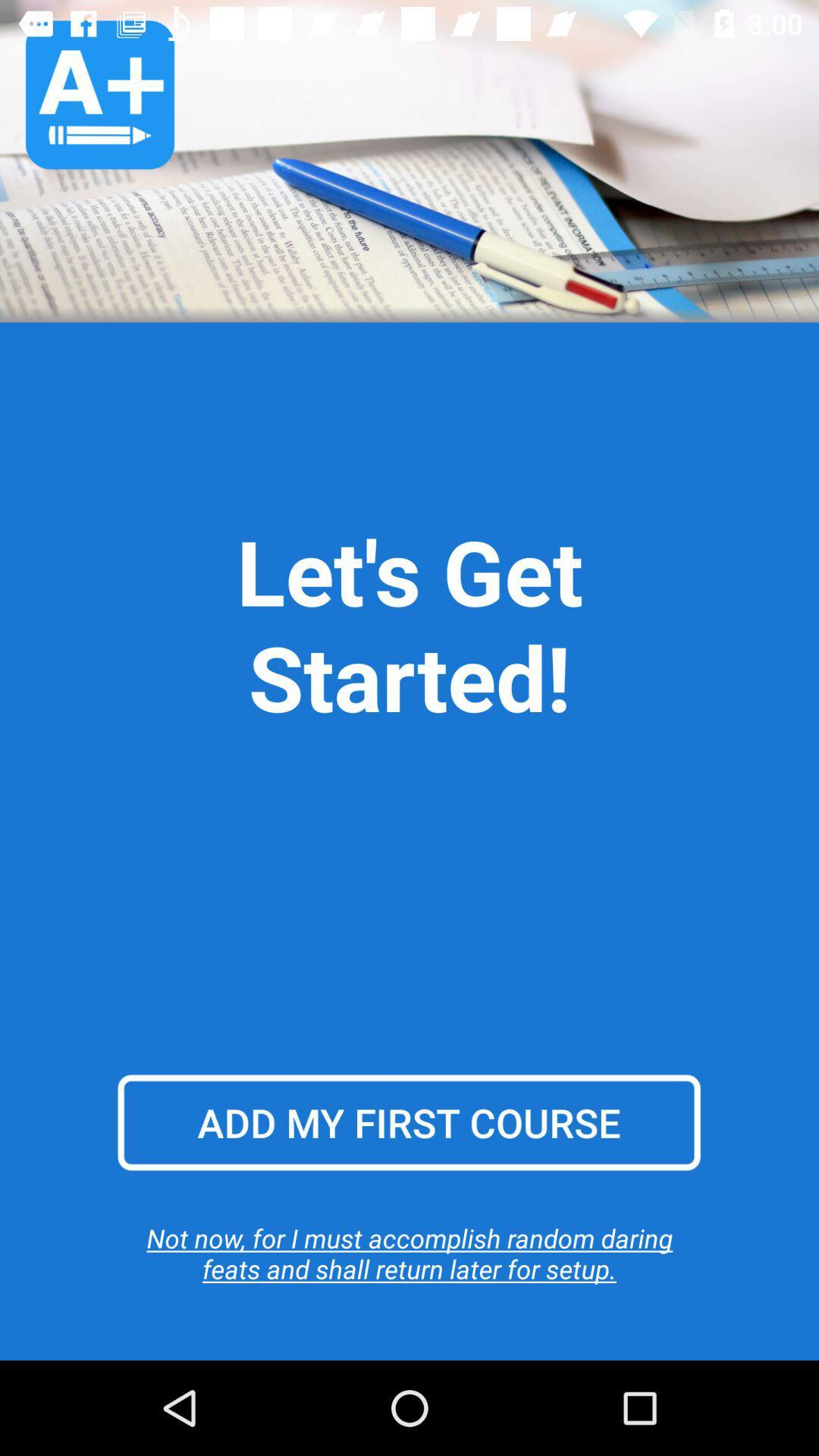 The width and height of the screenshot is (819, 1456). What do you see at coordinates (408, 1122) in the screenshot?
I see `add my first item` at bounding box center [408, 1122].